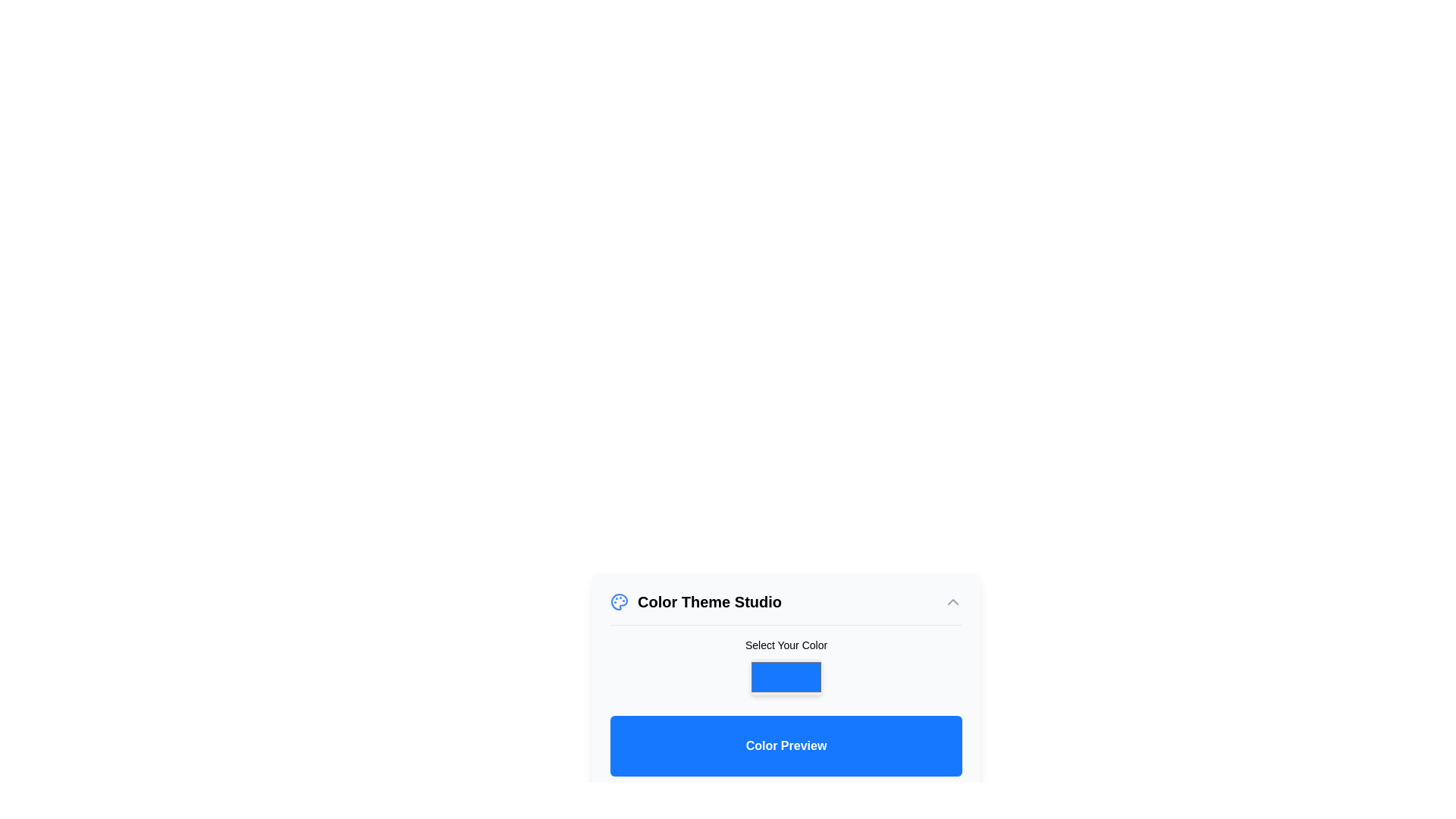 This screenshot has width=1456, height=819. I want to click on the toggle button located at the top-right corner of the 'Color Theme Studio' interface, so click(952, 601).